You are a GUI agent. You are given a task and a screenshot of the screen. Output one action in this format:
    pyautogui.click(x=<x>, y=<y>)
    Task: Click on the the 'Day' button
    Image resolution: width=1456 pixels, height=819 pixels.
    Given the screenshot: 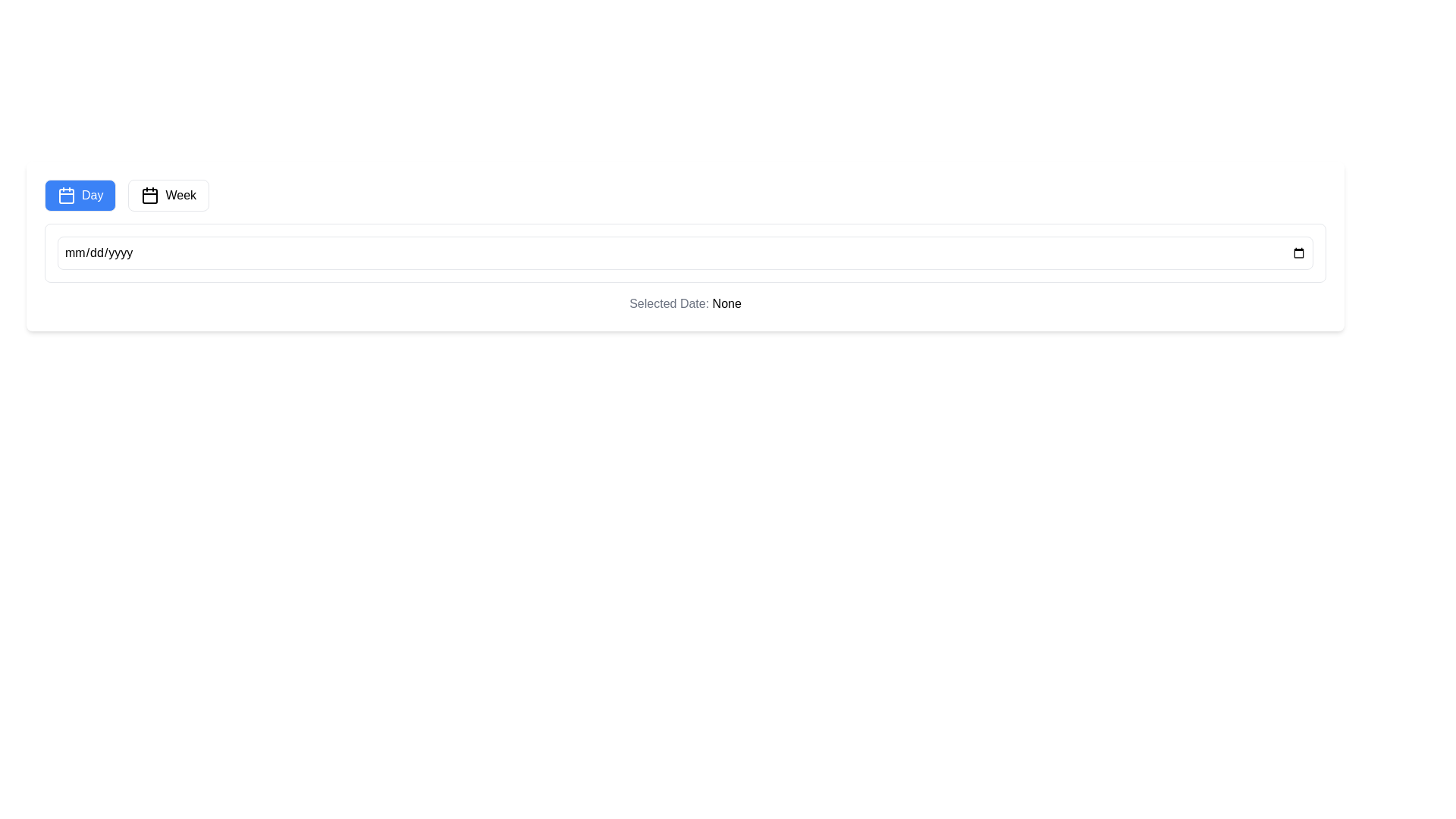 What is the action you would take?
    pyautogui.click(x=80, y=195)
    